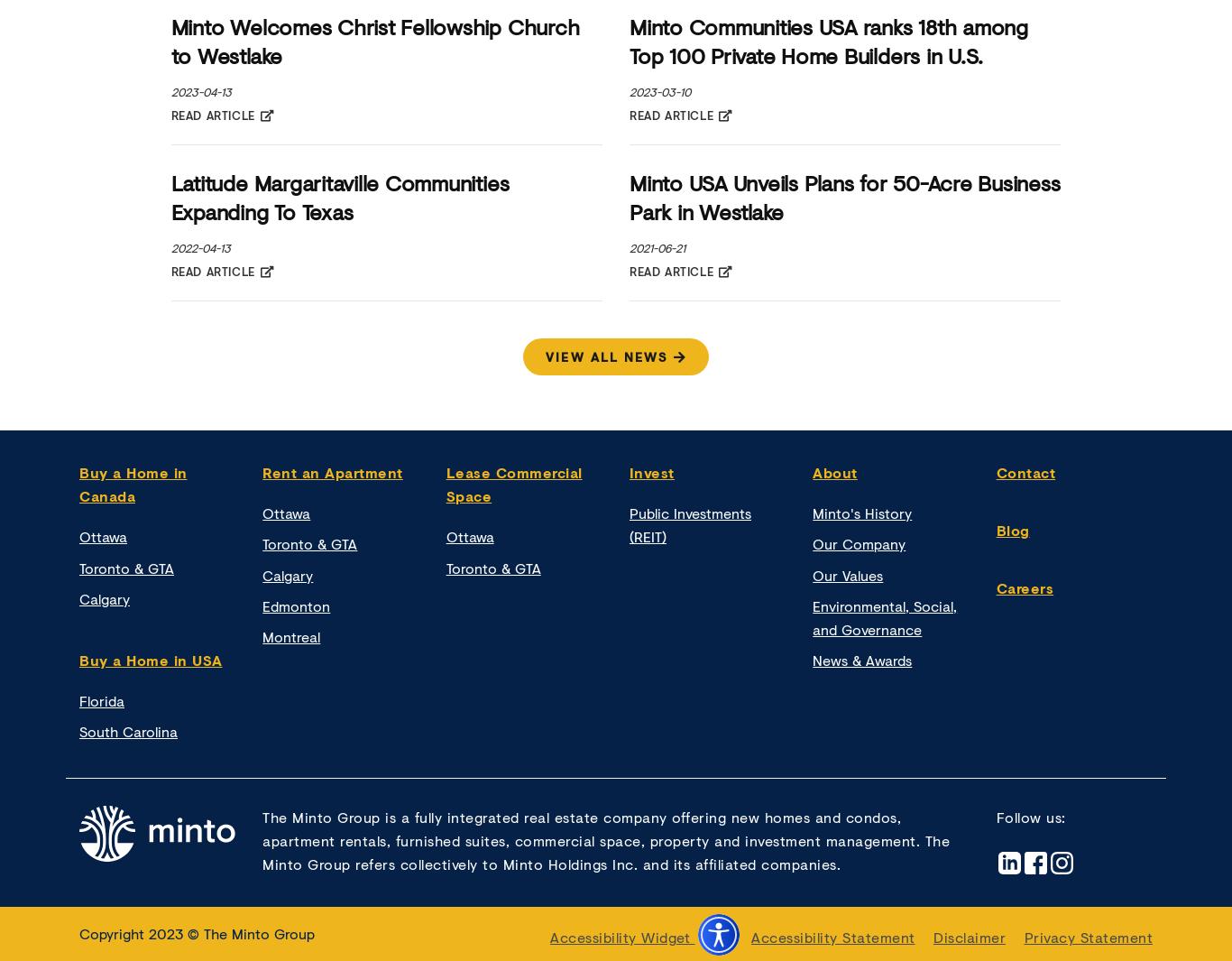 This screenshot has width=1232, height=961. Describe the element at coordinates (847, 574) in the screenshot. I see `'Our Values'` at that location.